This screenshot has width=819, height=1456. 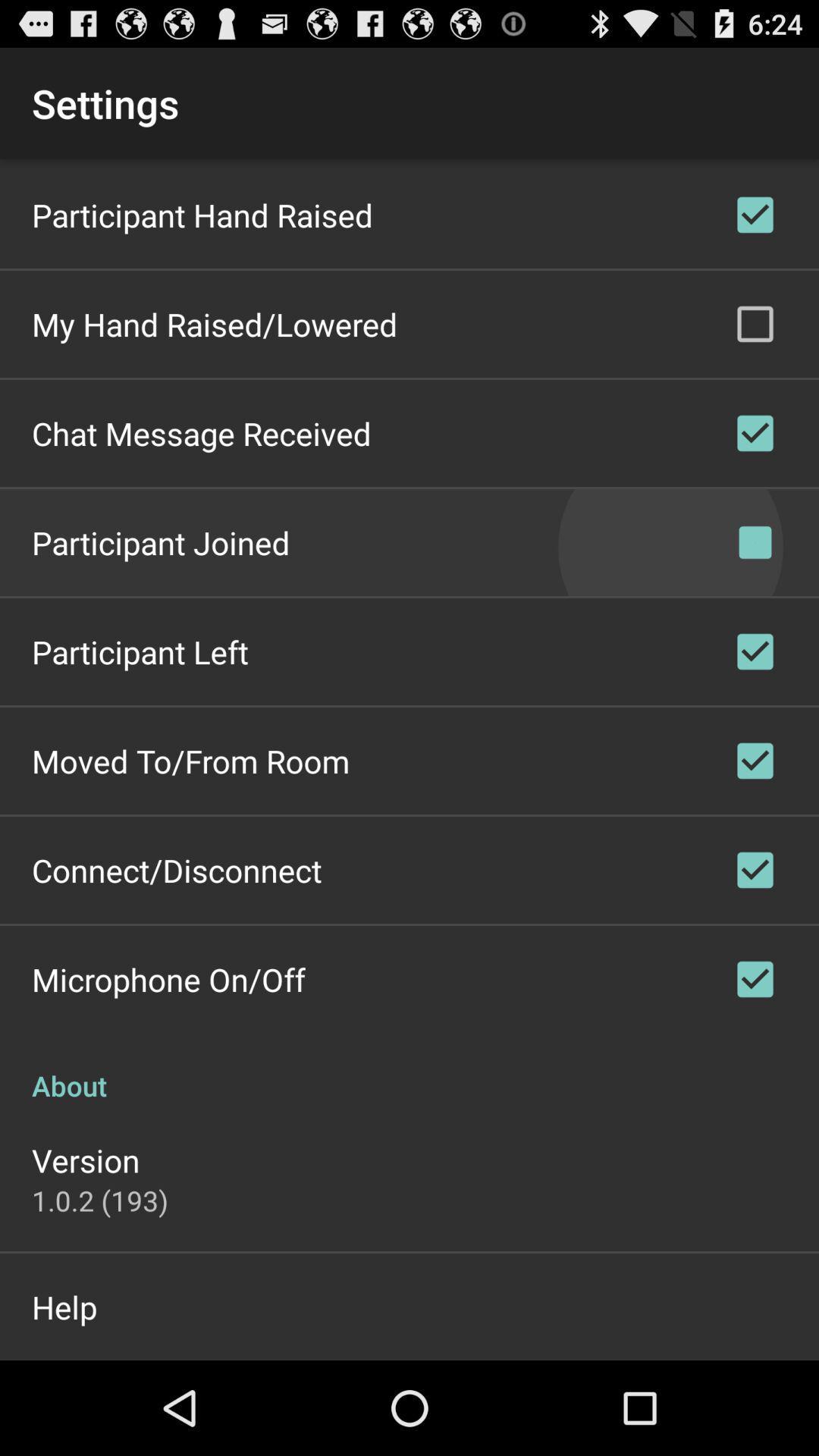 What do you see at coordinates (190, 761) in the screenshot?
I see `moved to from app` at bounding box center [190, 761].